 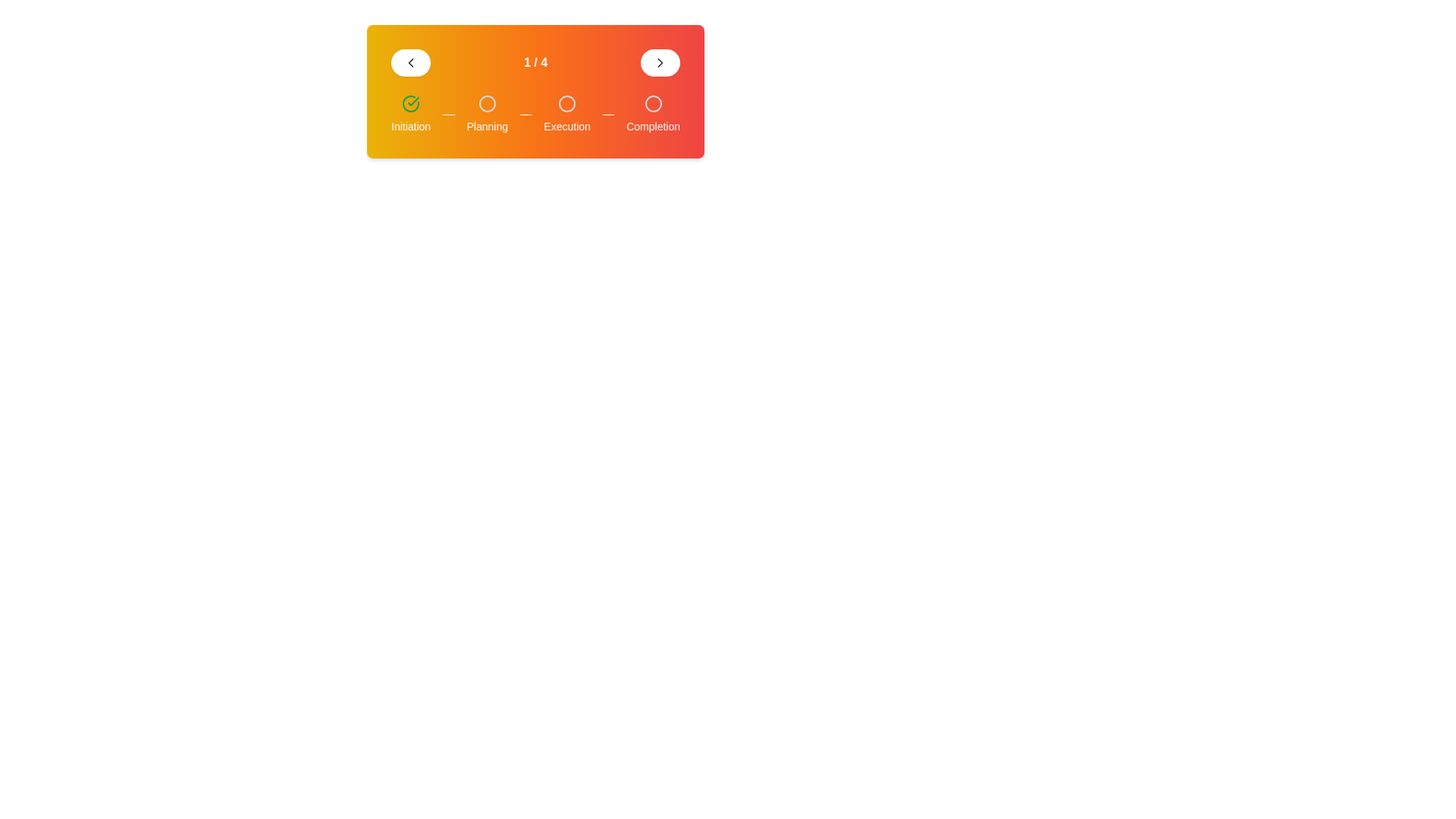 What do you see at coordinates (411, 103) in the screenshot?
I see `the progress indicator icon located at the top-left portion of the interface, which signals the completion of the 'Initiation' phase` at bounding box center [411, 103].